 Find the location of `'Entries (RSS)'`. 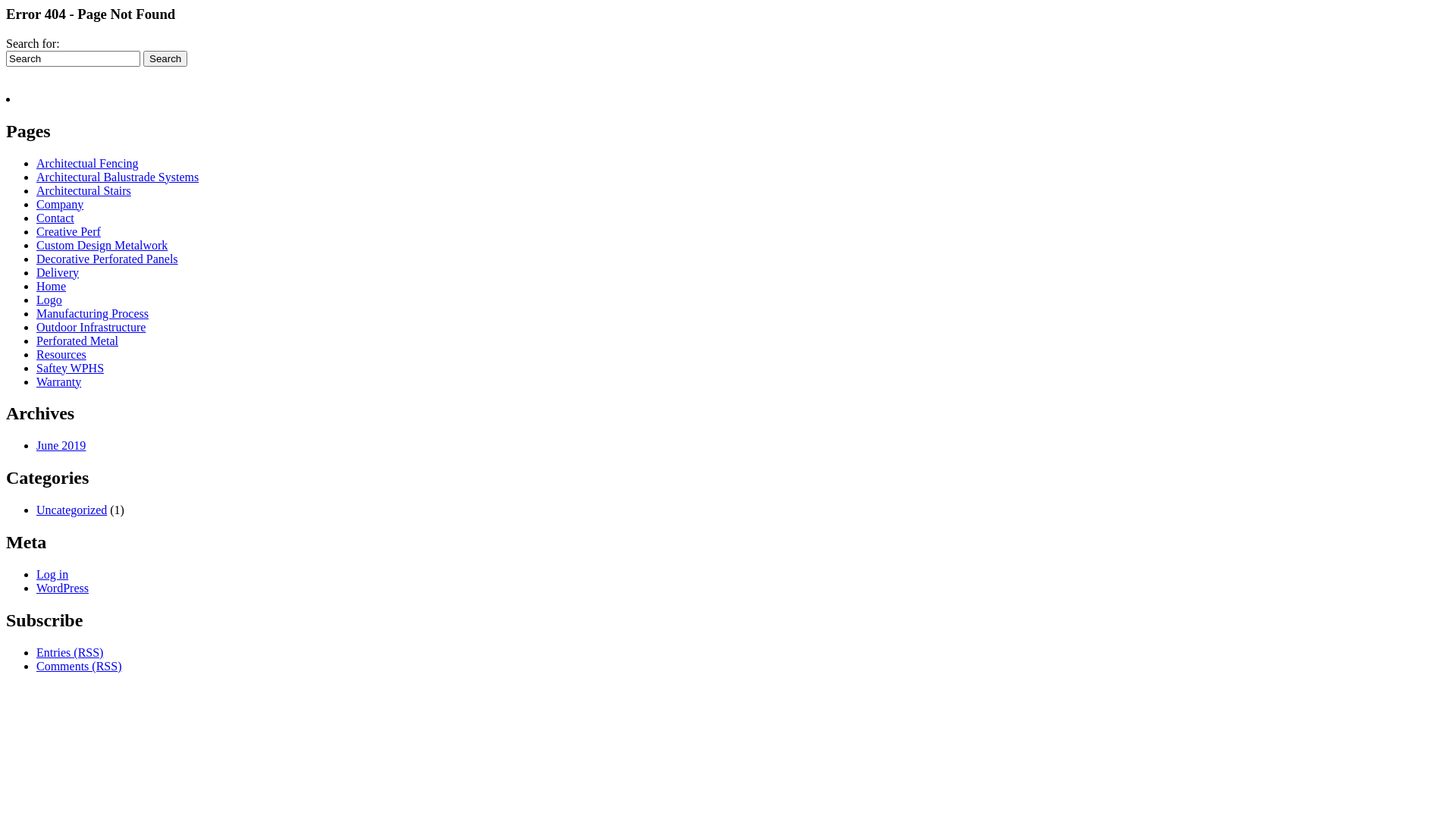

'Entries (RSS)' is located at coordinates (68, 651).